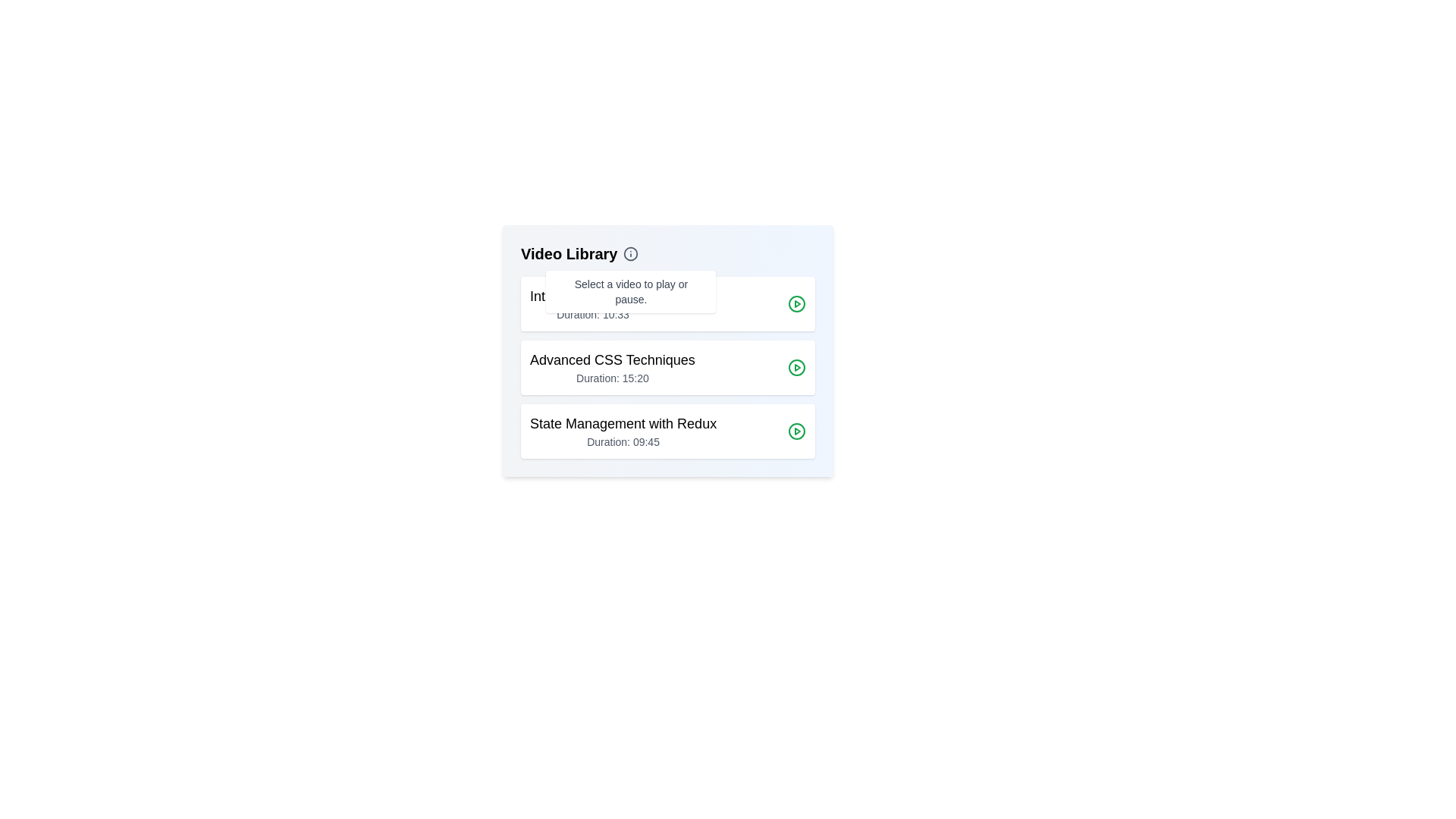 Image resolution: width=1456 pixels, height=819 pixels. What do you see at coordinates (667, 368) in the screenshot?
I see `duration or title of the second video entry card in the 'Video Library' section, positioned between 'Introduction to React' and 'State Management with Redux'` at bounding box center [667, 368].